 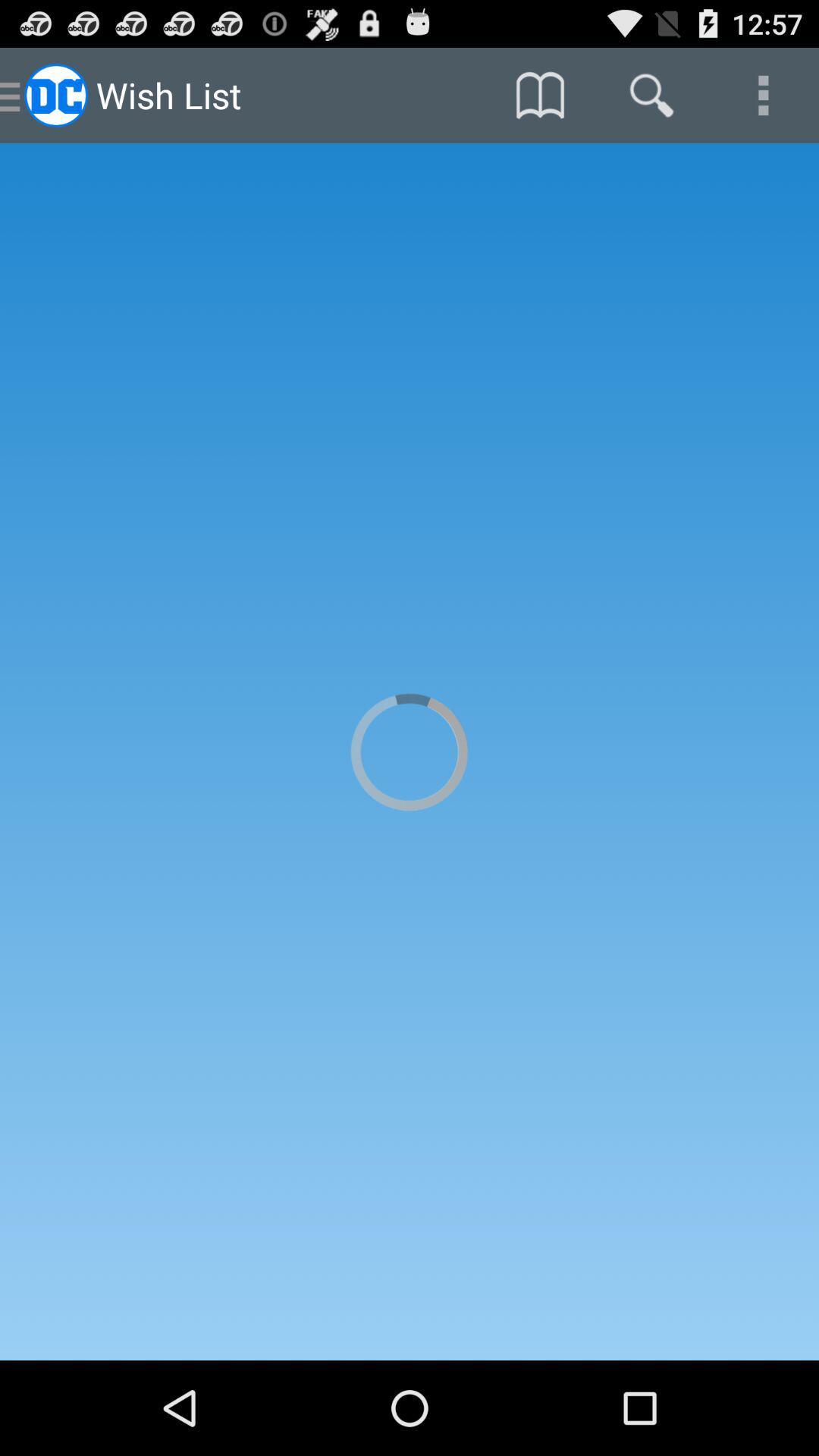 What do you see at coordinates (539, 94) in the screenshot?
I see `the item at the top` at bounding box center [539, 94].